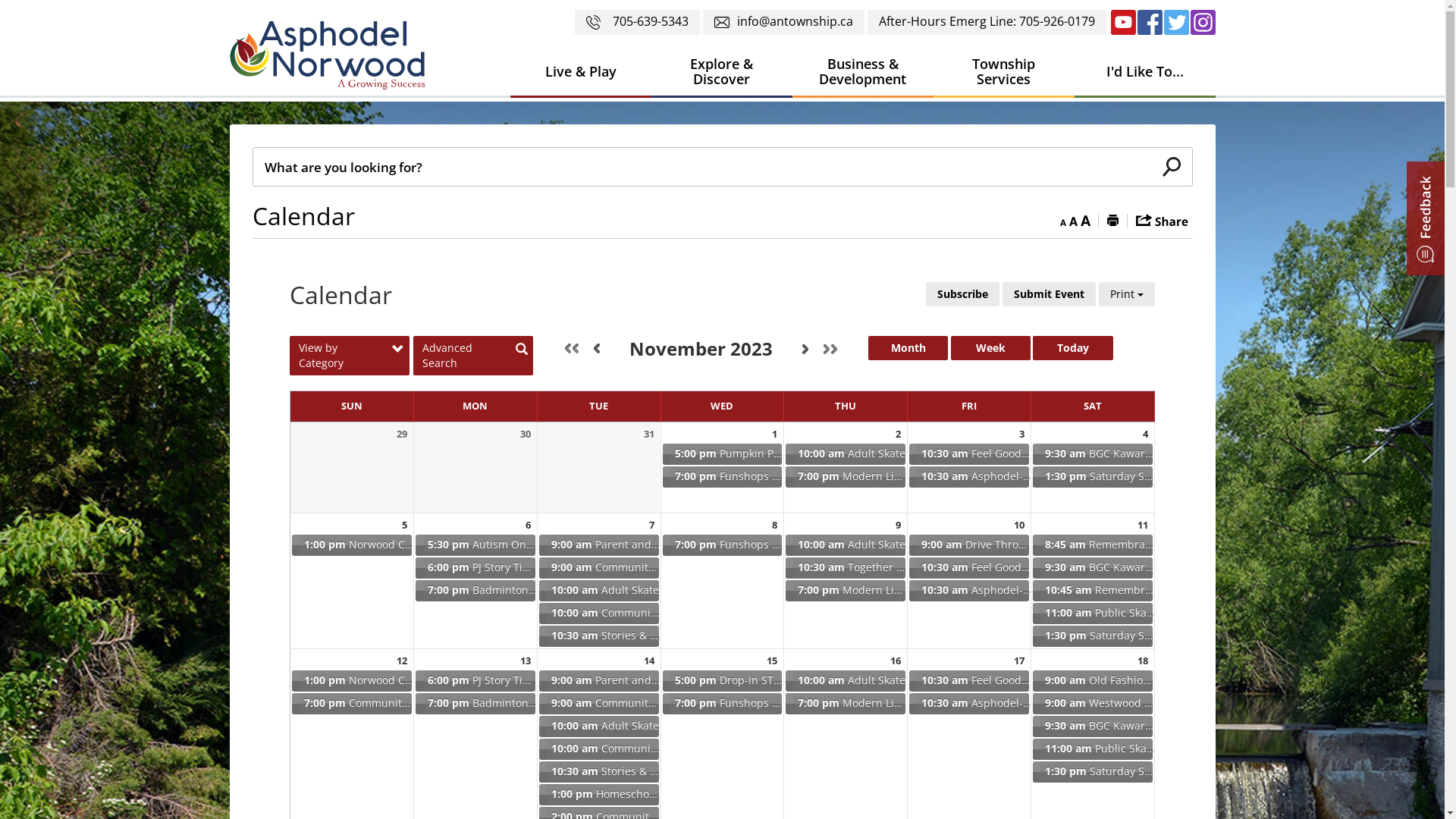  I want to click on 'Week', so click(990, 348).